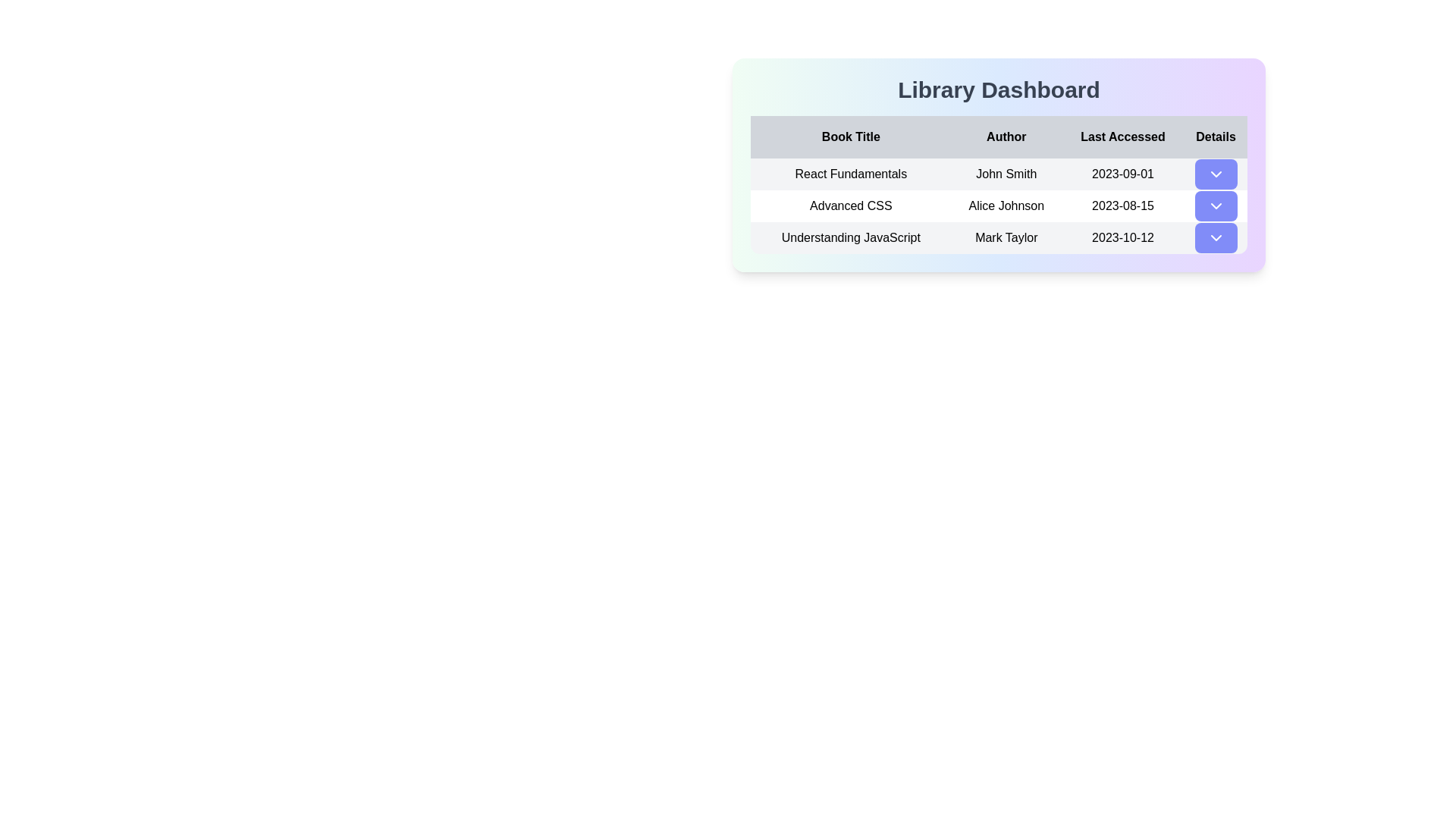 The width and height of the screenshot is (1456, 819). I want to click on the text 'Library Dashboard', so click(999, 90).